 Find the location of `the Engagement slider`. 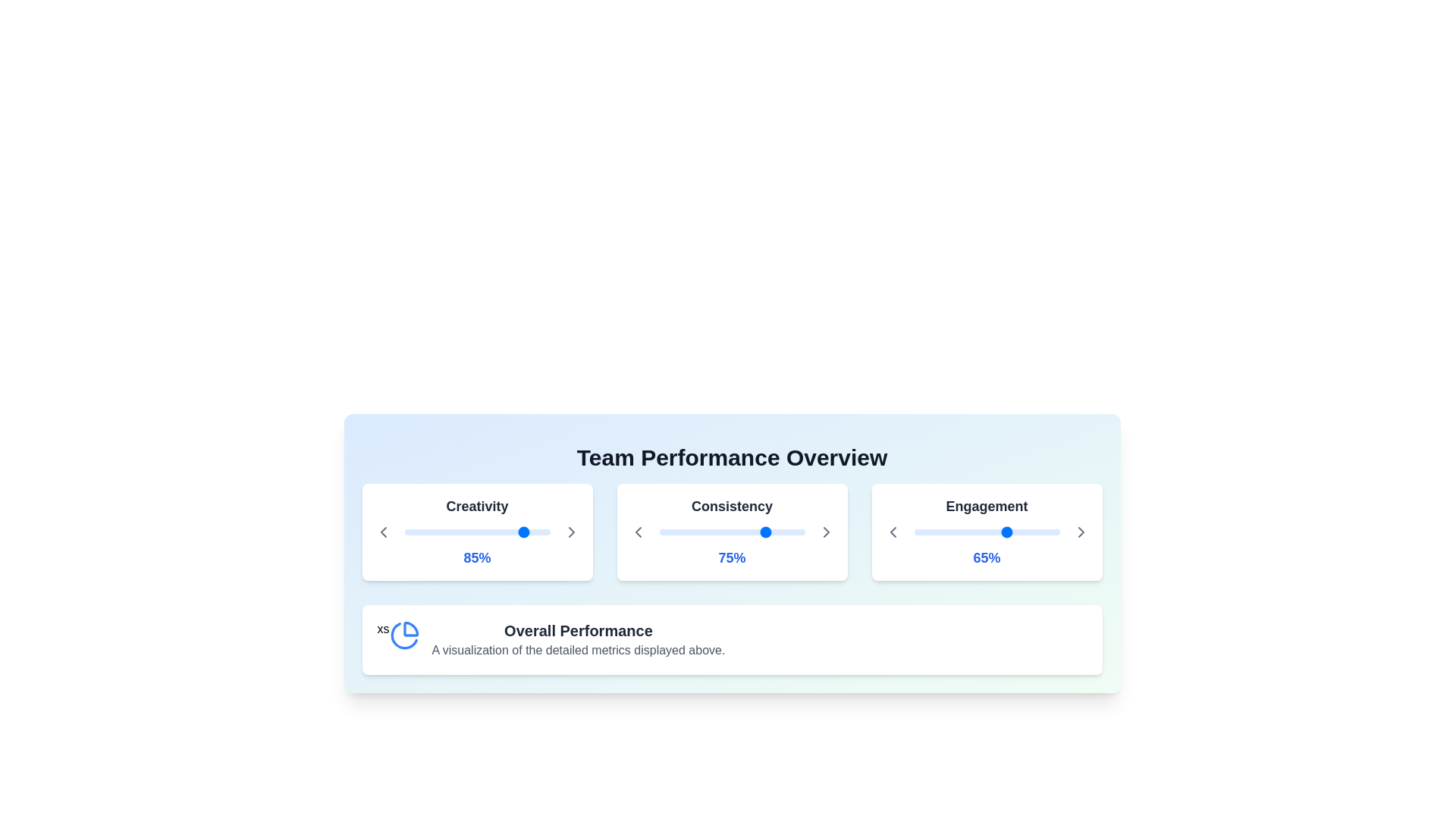

the Engagement slider is located at coordinates (943, 532).